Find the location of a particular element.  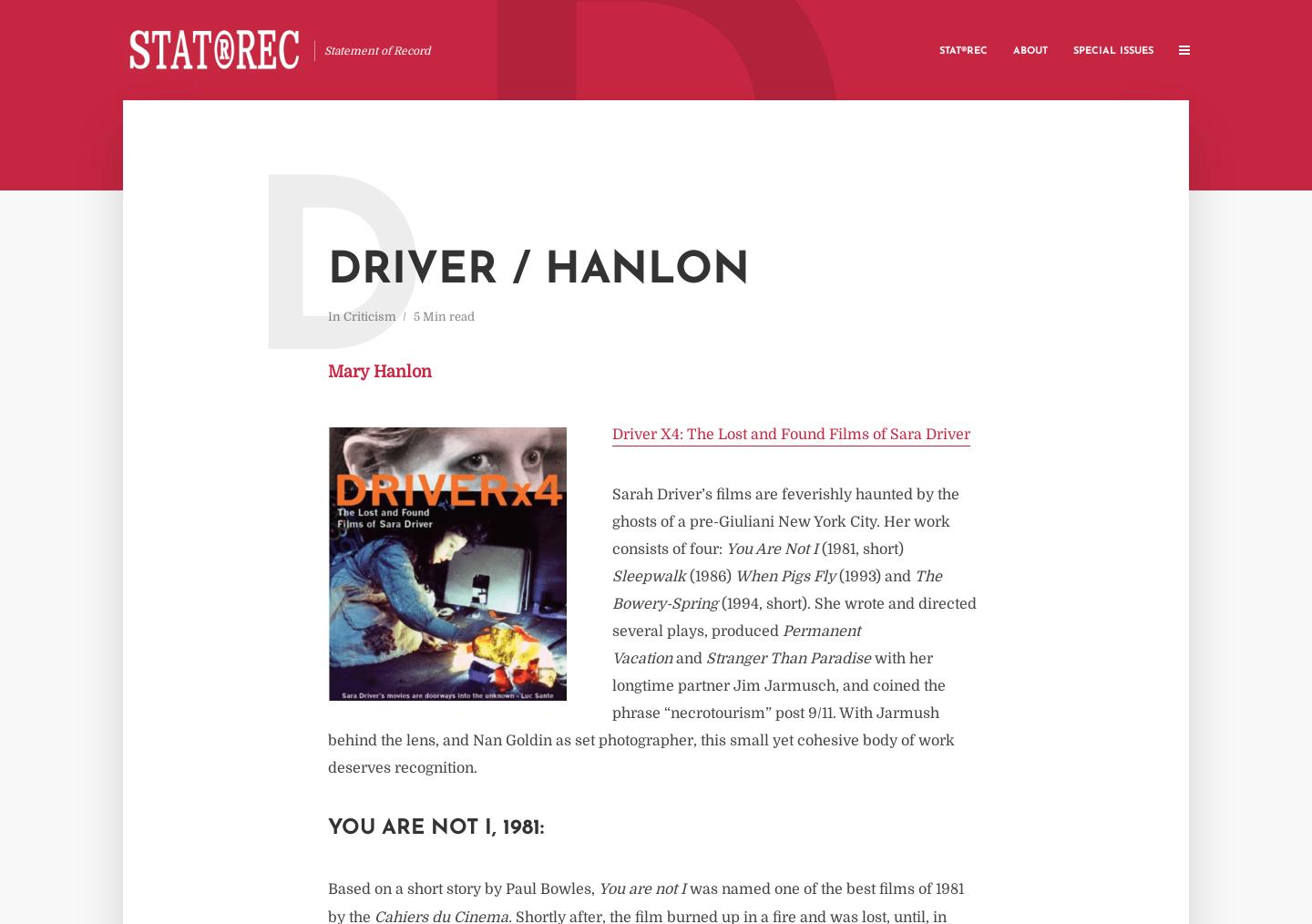

'Based on a short story by Paul Bowles,' is located at coordinates (462, 888).